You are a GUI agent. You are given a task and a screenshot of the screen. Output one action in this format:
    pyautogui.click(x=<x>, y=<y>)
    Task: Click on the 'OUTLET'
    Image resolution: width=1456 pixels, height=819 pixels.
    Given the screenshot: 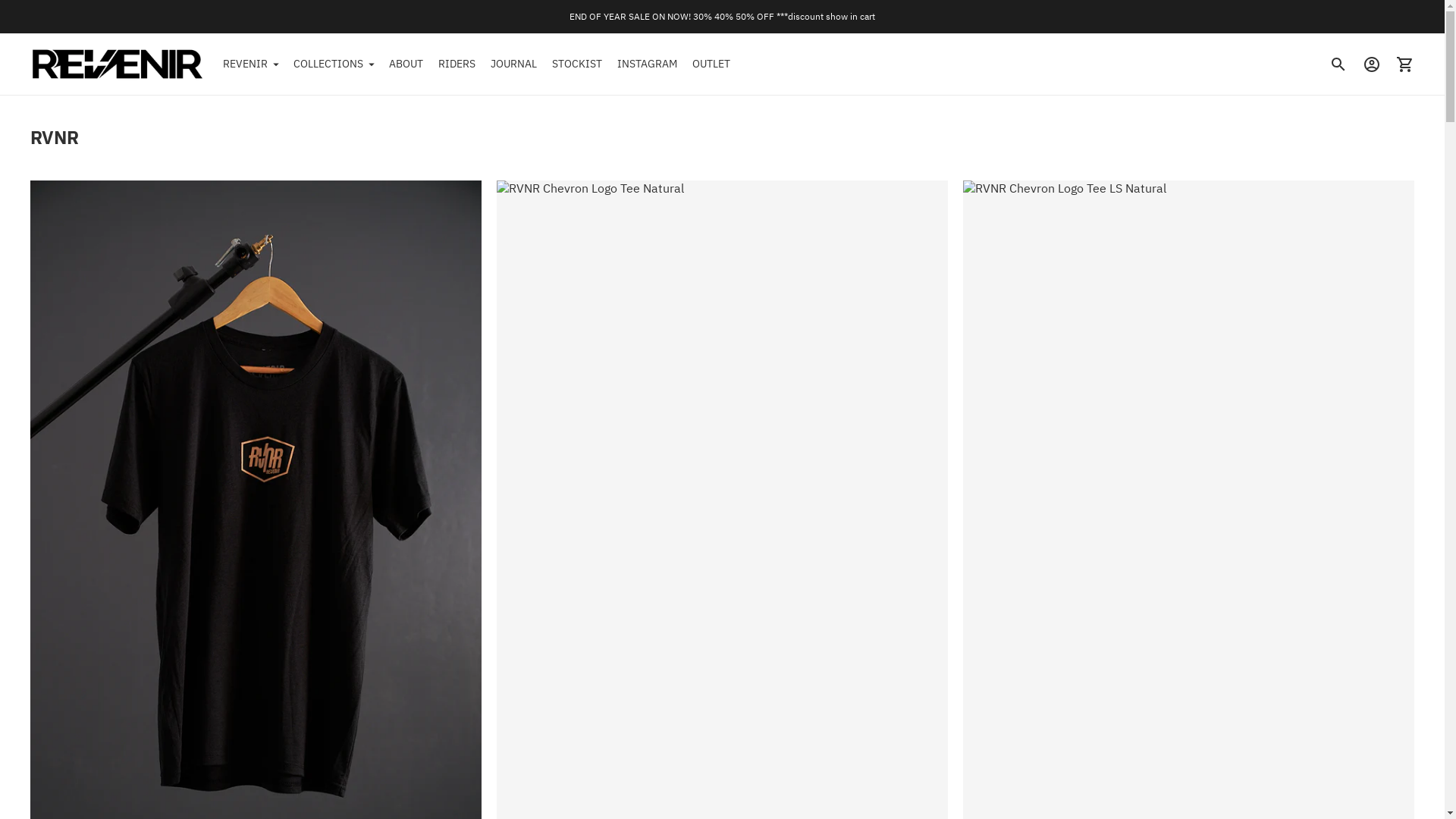 What is the action you would take?
    pyautogui.click(x=710, y=63)
    